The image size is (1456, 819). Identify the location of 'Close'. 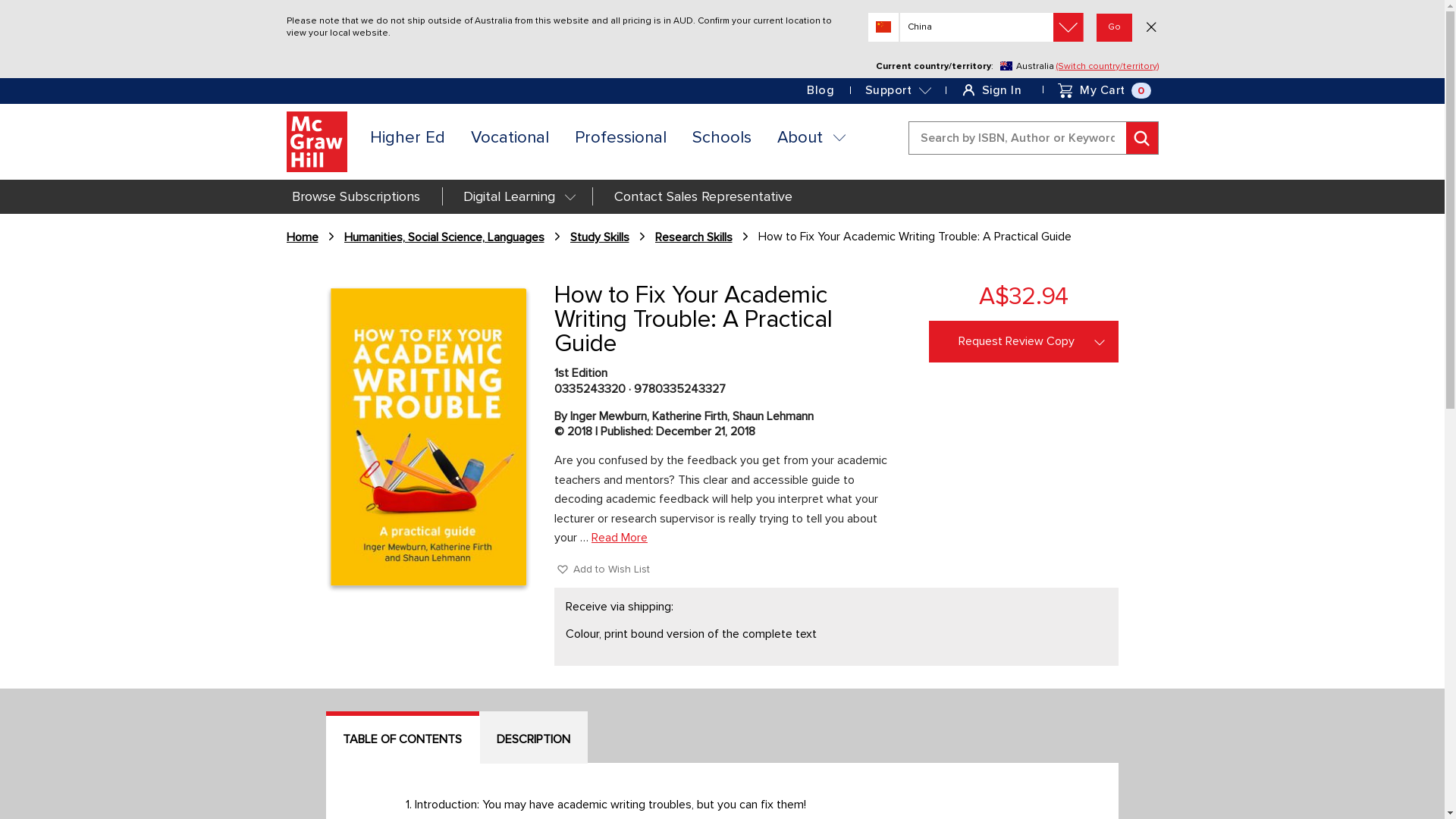
(1150, 27).